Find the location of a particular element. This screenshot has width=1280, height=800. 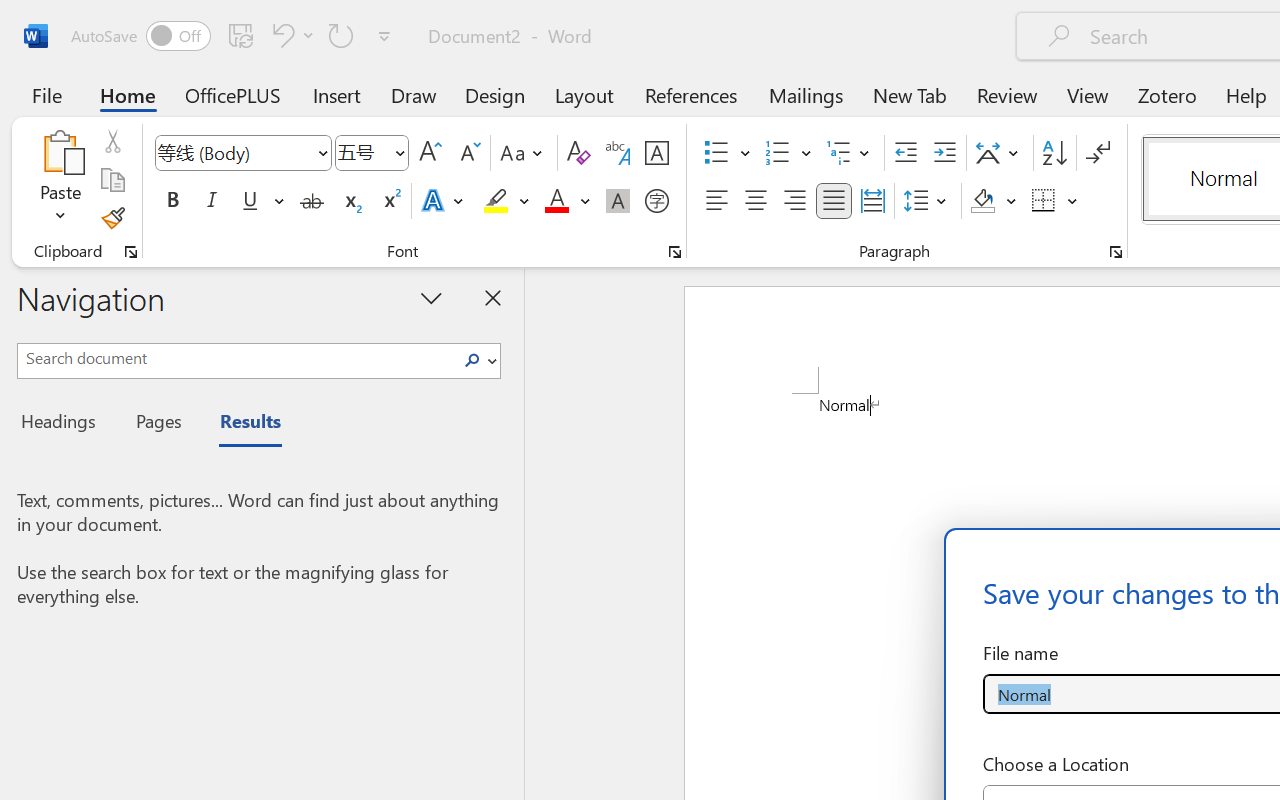

'Borders' is located at coordinates (1043, 201).